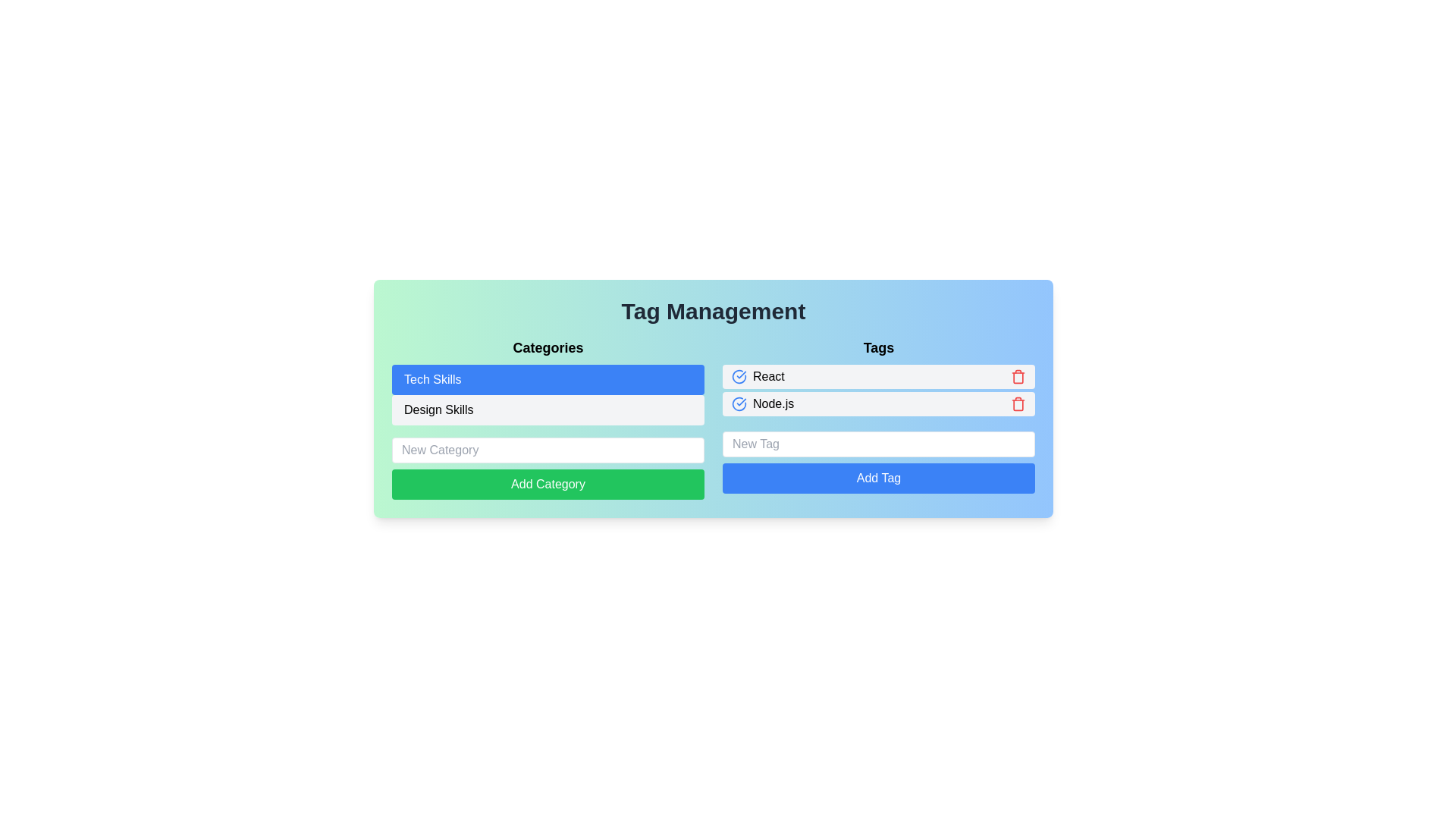 The height and width of the screenshot is (819, 1456). Describe the element at coordinates (739, 376) in the screenshot. I see `the indicator icon representing a completed or selected state for the associated tag, located to the left of the 'React' text under 'Tags'` at that location.